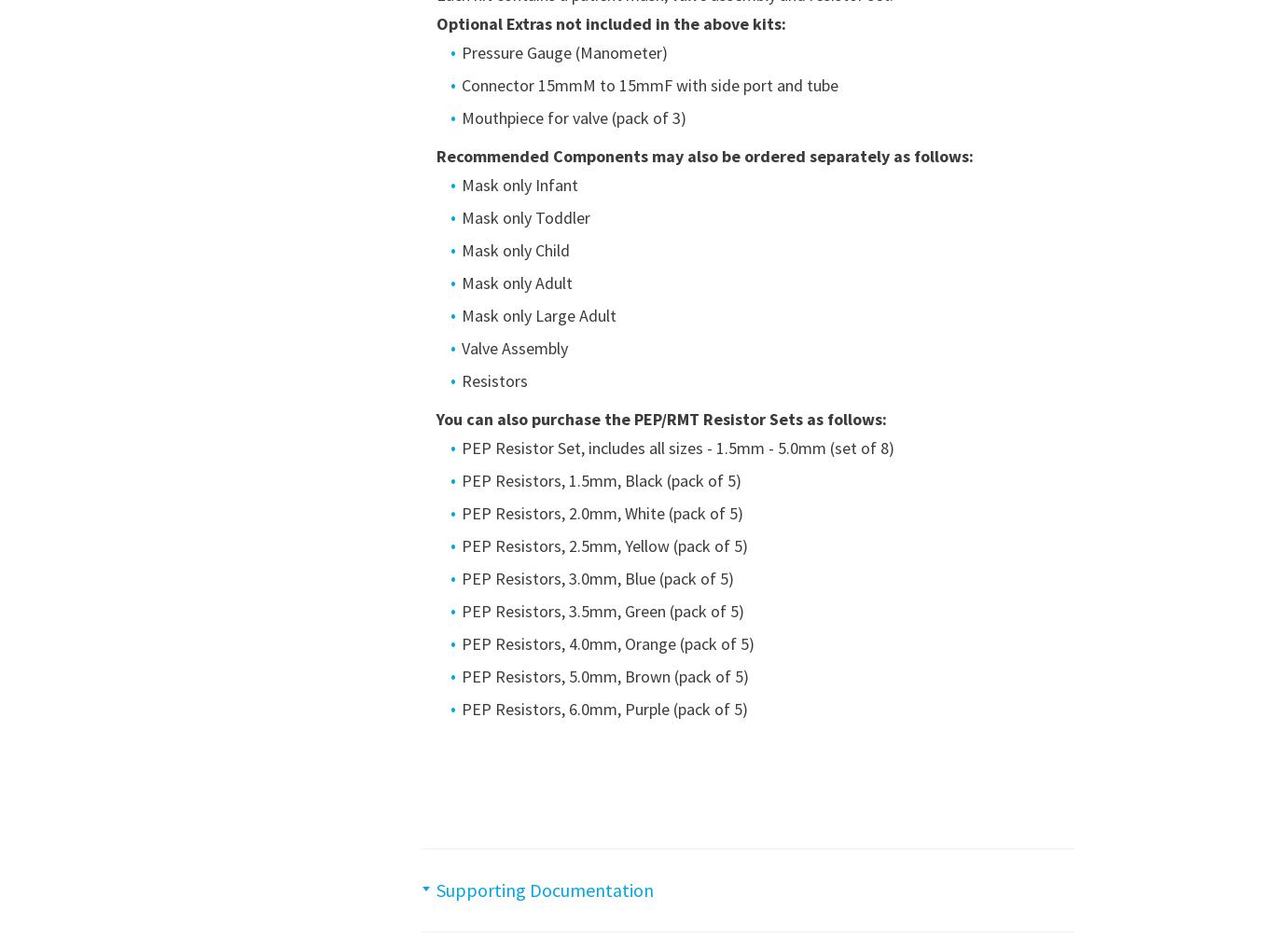 This screenshot has width=1274, height=952. I want to click on 'Recommended Components may also be ordered separately as follows:', so click(704, 155).